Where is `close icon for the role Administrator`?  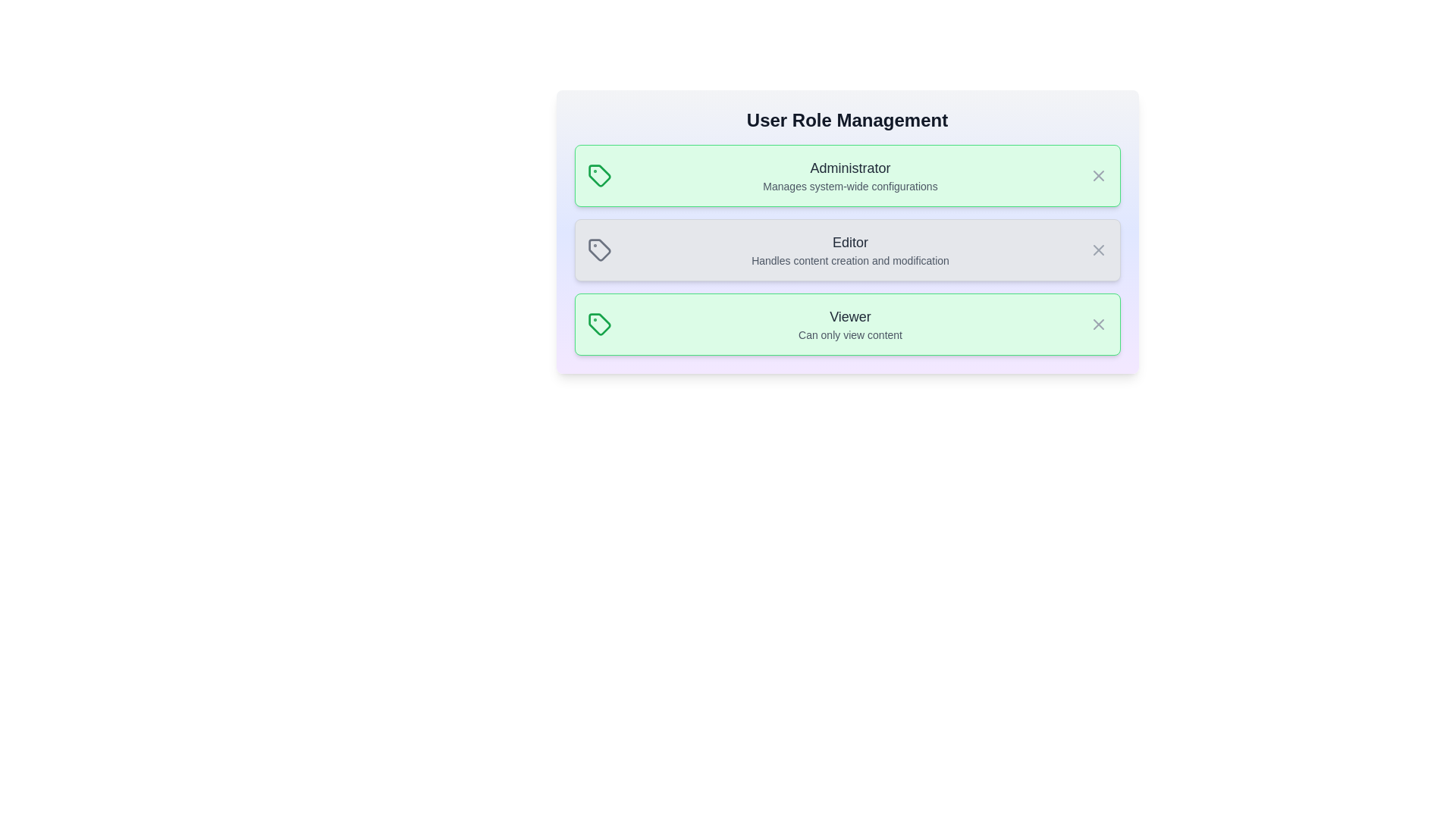
close icon for the role Administrator is located at coordinates (1098, 174).